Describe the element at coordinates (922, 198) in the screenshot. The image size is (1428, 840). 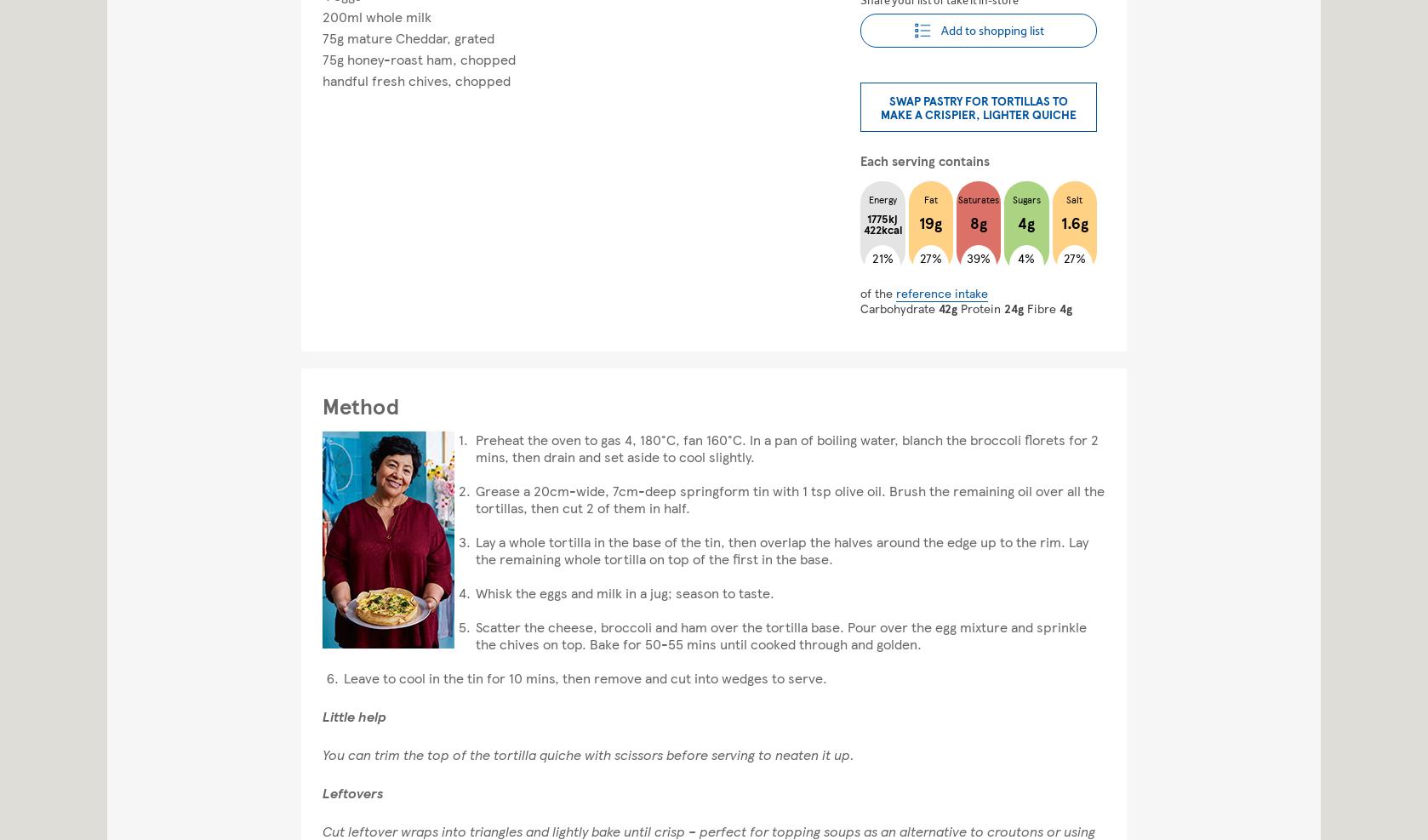
I see `'Fat'` at that location.